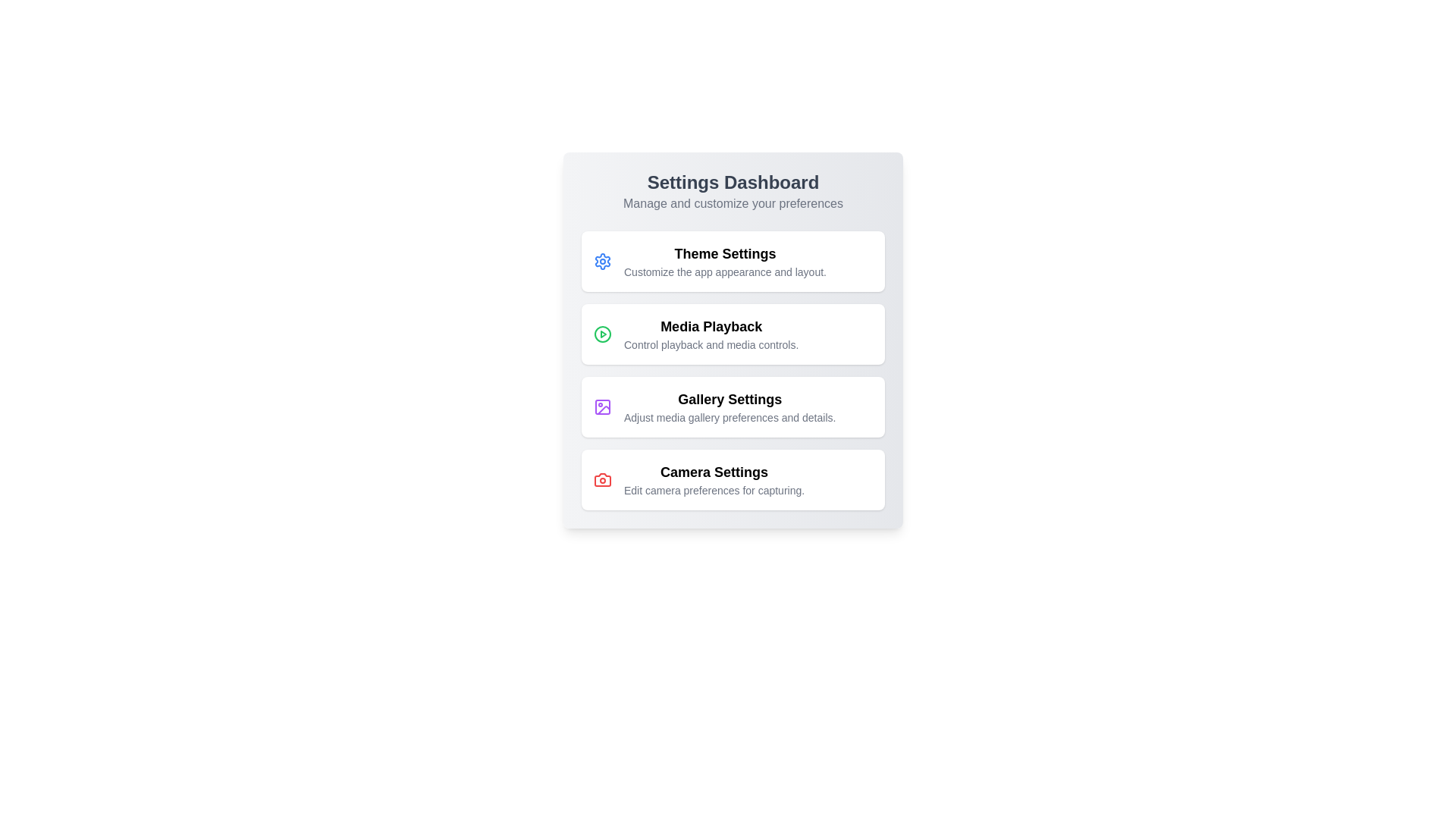  Describe the element at coordinates (730, 418) in the screenshot. I see `the grey text label stating 'Adjust media gallery preferences and details', which is located below the bold title 'Gallery Settings'` at that location.